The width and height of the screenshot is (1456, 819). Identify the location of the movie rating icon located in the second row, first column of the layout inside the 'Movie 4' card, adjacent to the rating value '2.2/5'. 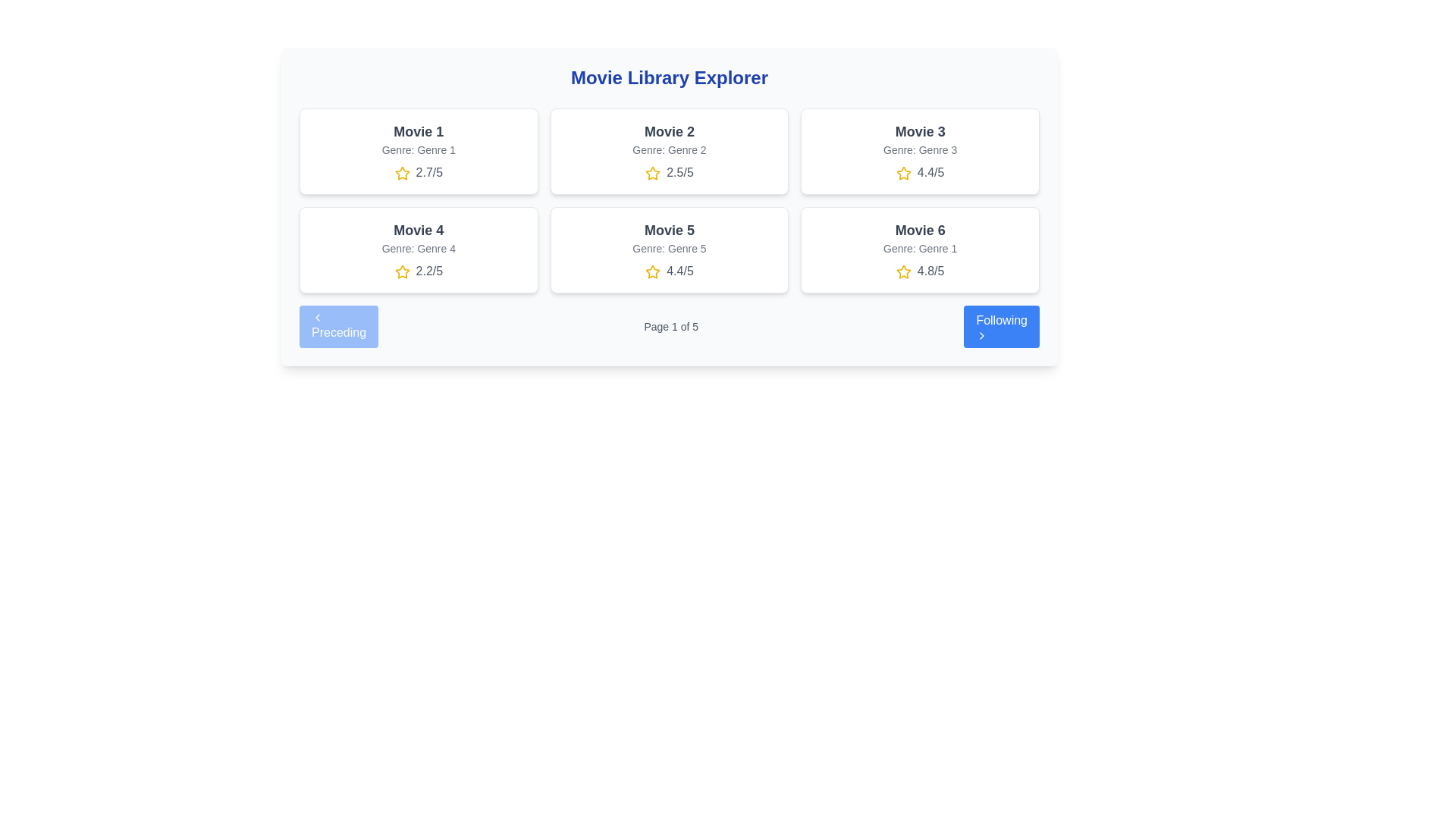
(402, 271).